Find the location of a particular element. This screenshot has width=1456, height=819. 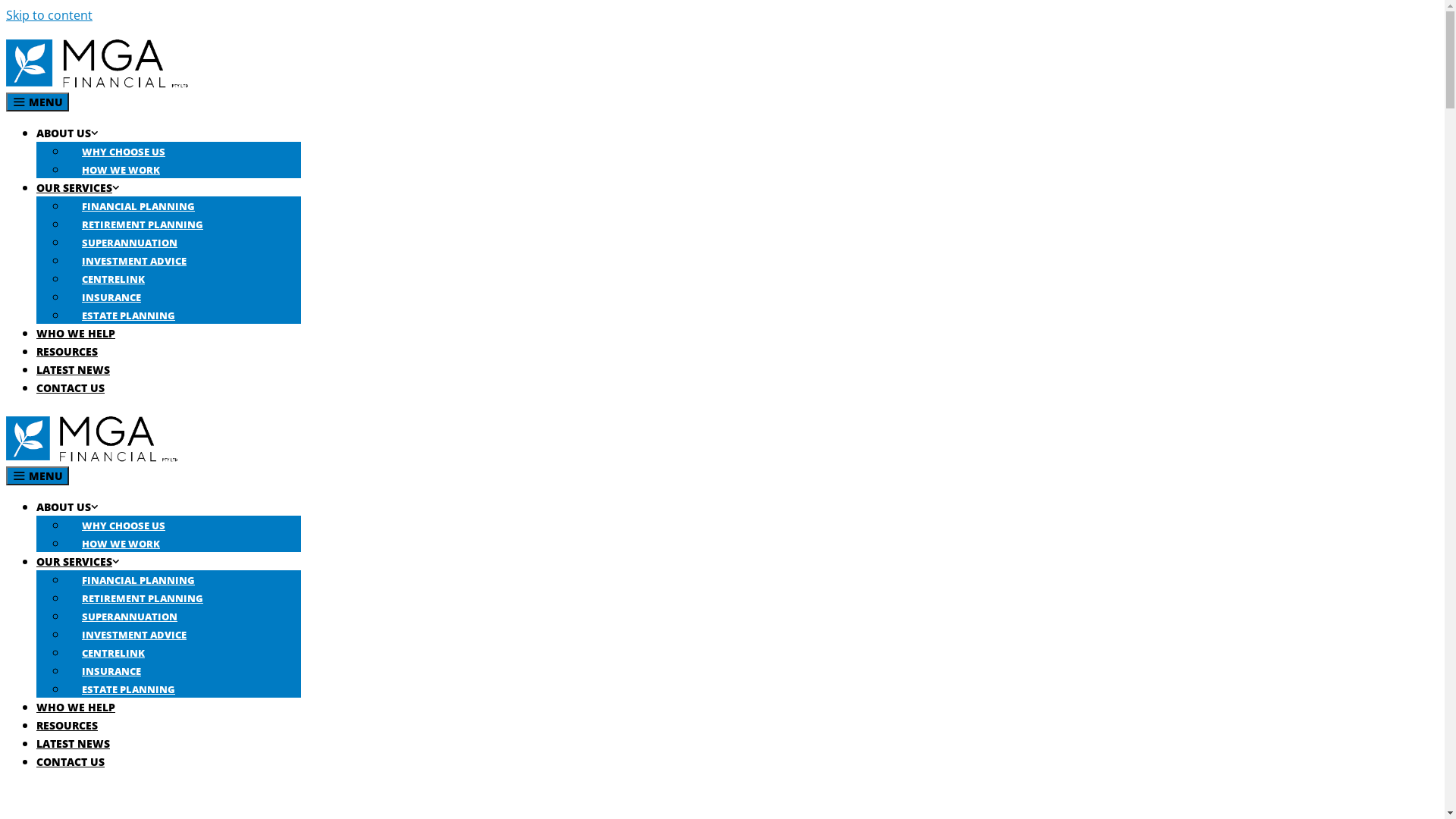

'WHO WE HELP' is located at coordinates (75, 332).